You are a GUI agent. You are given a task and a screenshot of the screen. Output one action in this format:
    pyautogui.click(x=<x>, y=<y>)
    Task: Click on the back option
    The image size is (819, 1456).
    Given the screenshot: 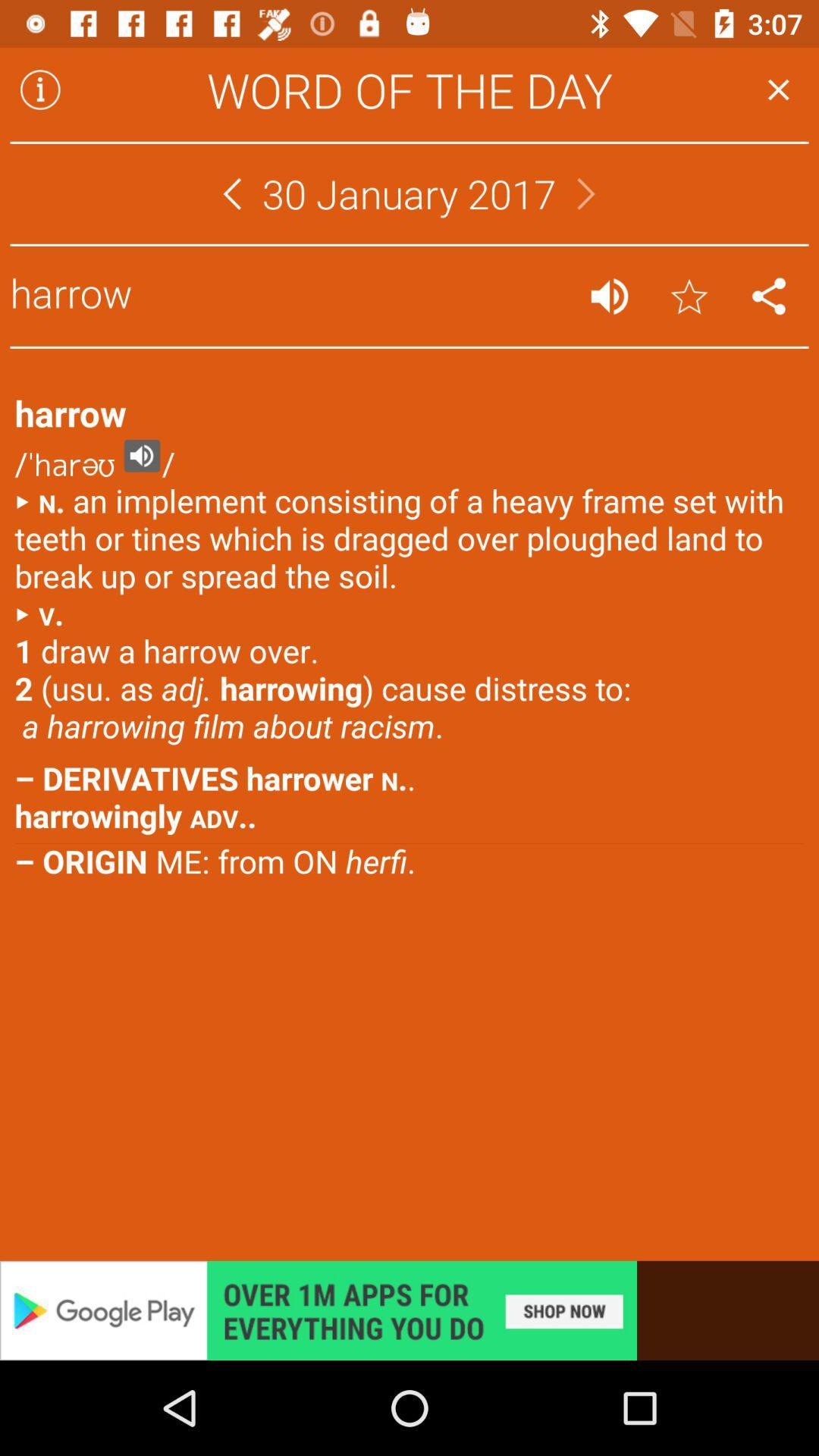 What is the action you would take?
    pyautogui.click(x=231, y=193)
    